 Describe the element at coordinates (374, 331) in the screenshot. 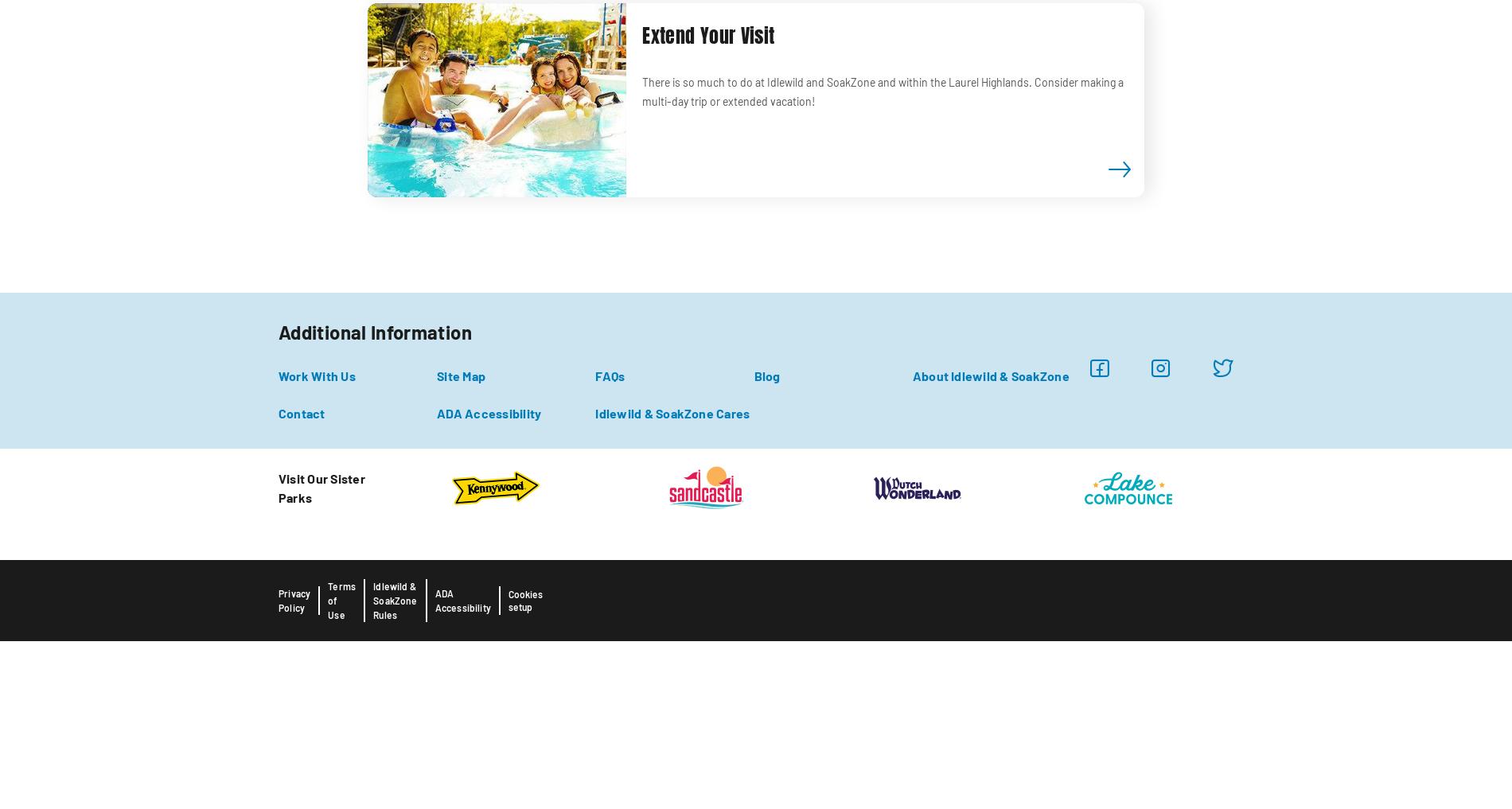

I see `'Additional Information'` at that location.